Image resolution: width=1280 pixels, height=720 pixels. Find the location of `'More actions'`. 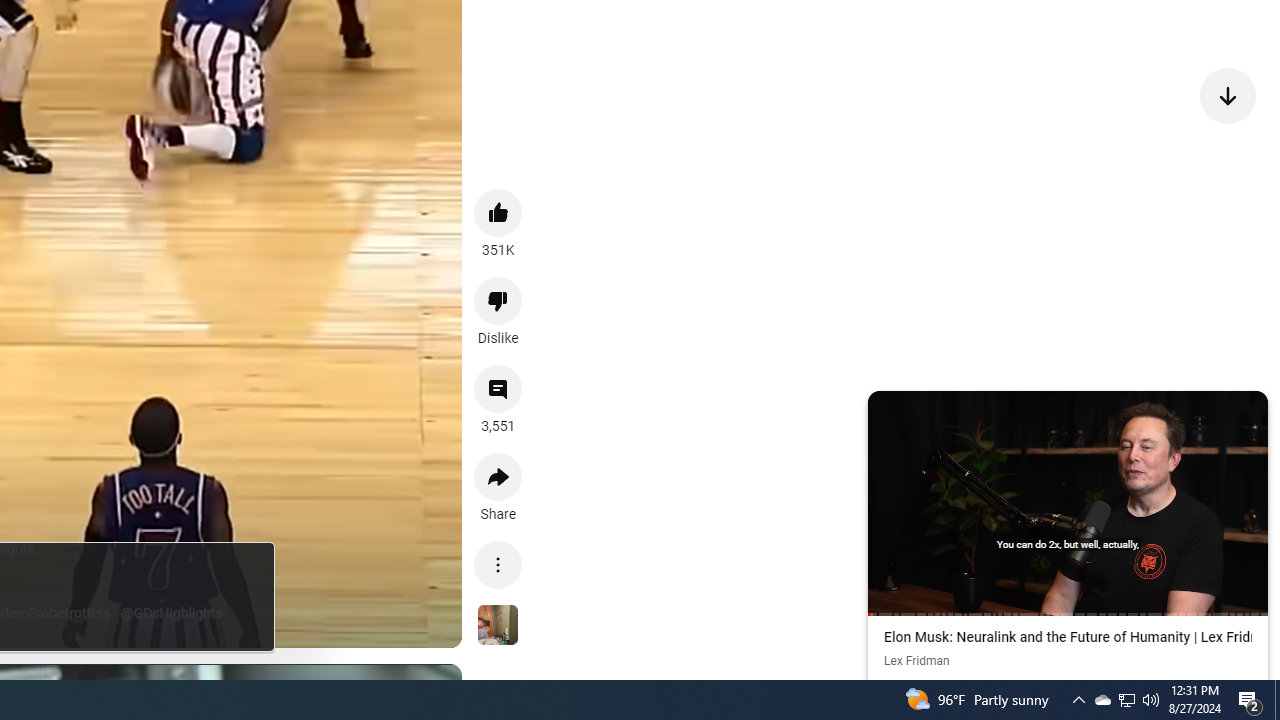

'More actions' is located at coordinates (498, 564).